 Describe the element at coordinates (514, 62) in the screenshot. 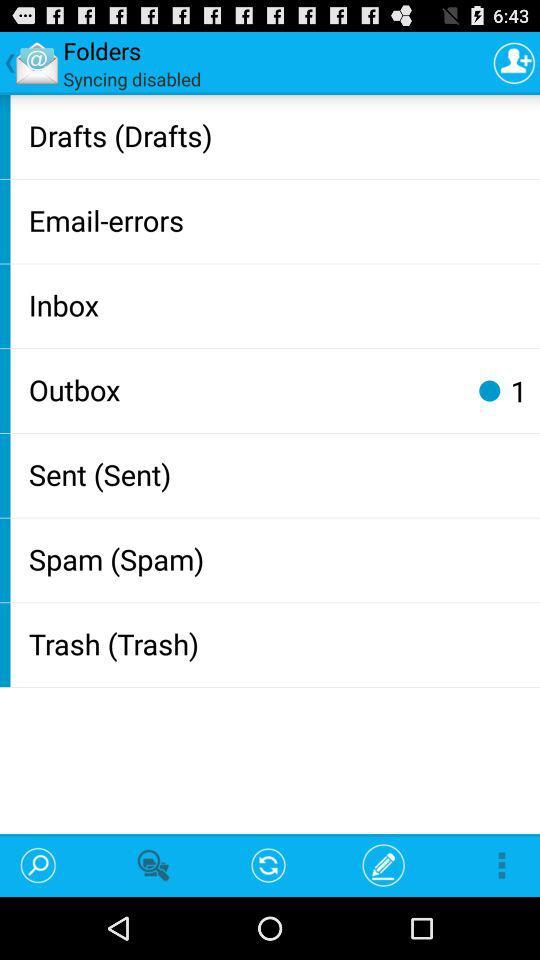

I see `app next to syncing disabled item` at that location.